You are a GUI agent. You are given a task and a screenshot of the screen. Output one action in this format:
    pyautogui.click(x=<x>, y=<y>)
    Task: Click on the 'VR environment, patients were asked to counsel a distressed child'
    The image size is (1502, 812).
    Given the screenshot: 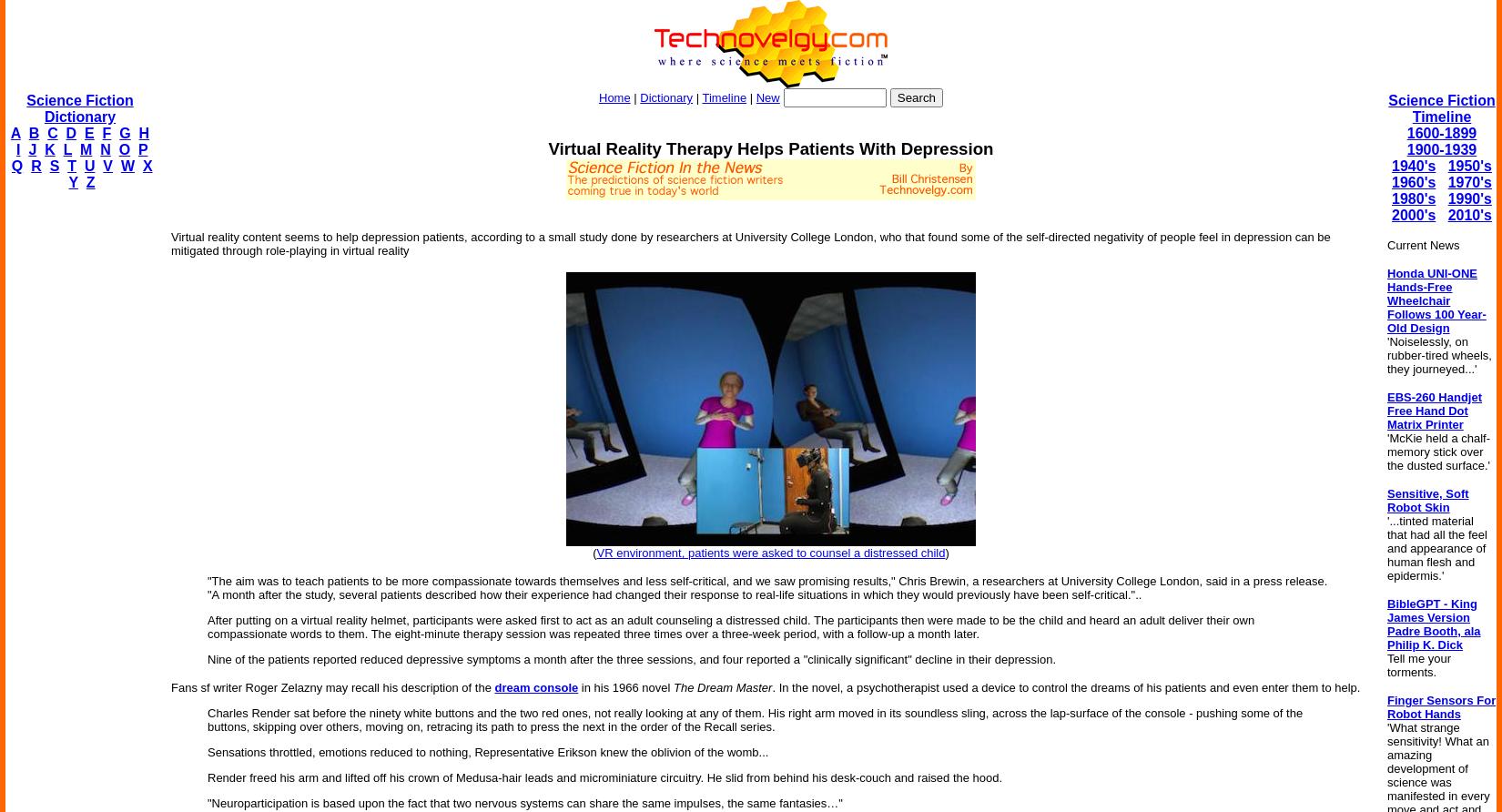 What is the action you would take?
    pyautogui.click(x=770, y=552)
    